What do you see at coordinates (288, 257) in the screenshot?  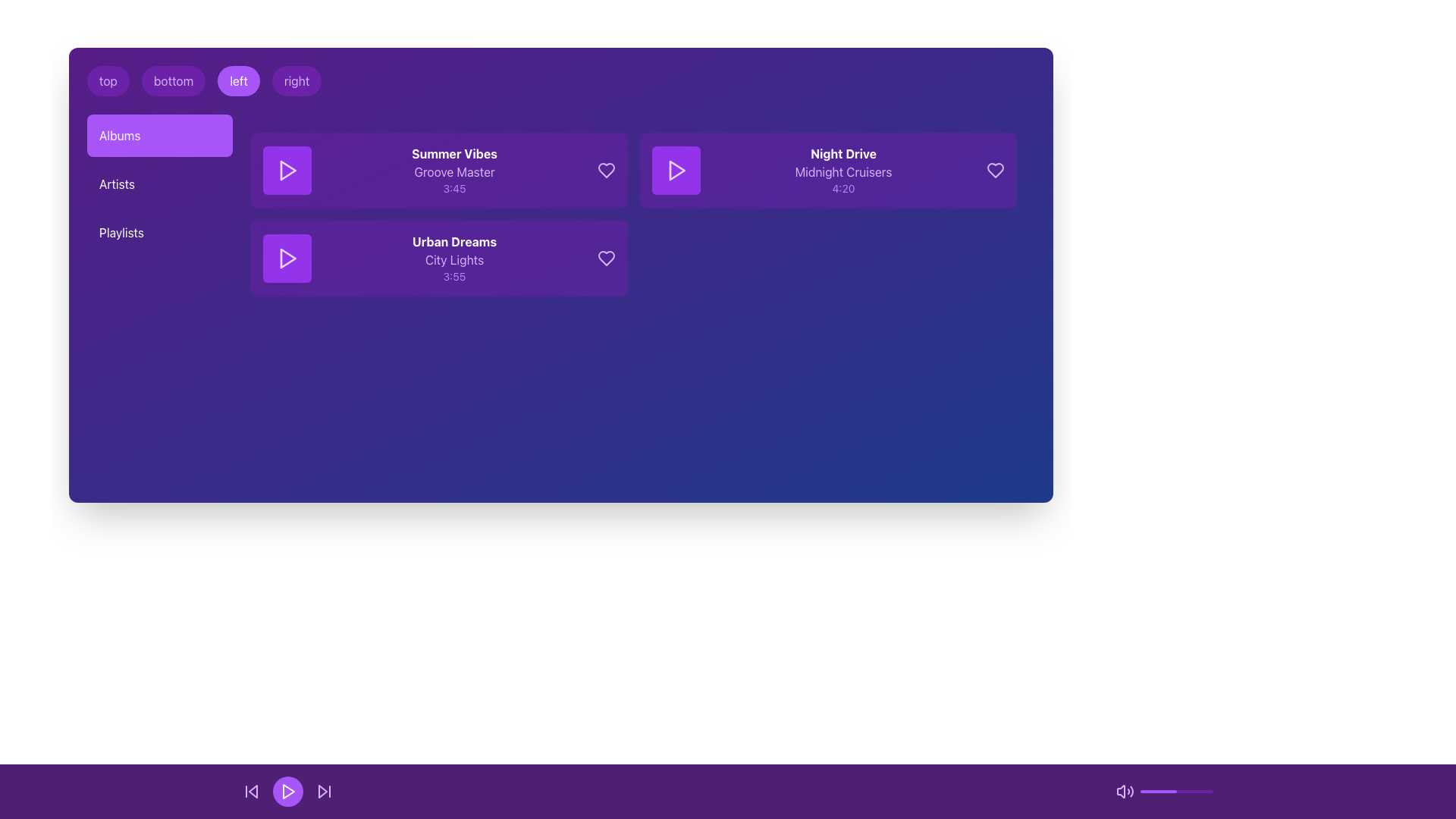 I see `the play icon associated with the 'Urban Dreams' album located in the second card of the album list` at bounding box center [288, 257].